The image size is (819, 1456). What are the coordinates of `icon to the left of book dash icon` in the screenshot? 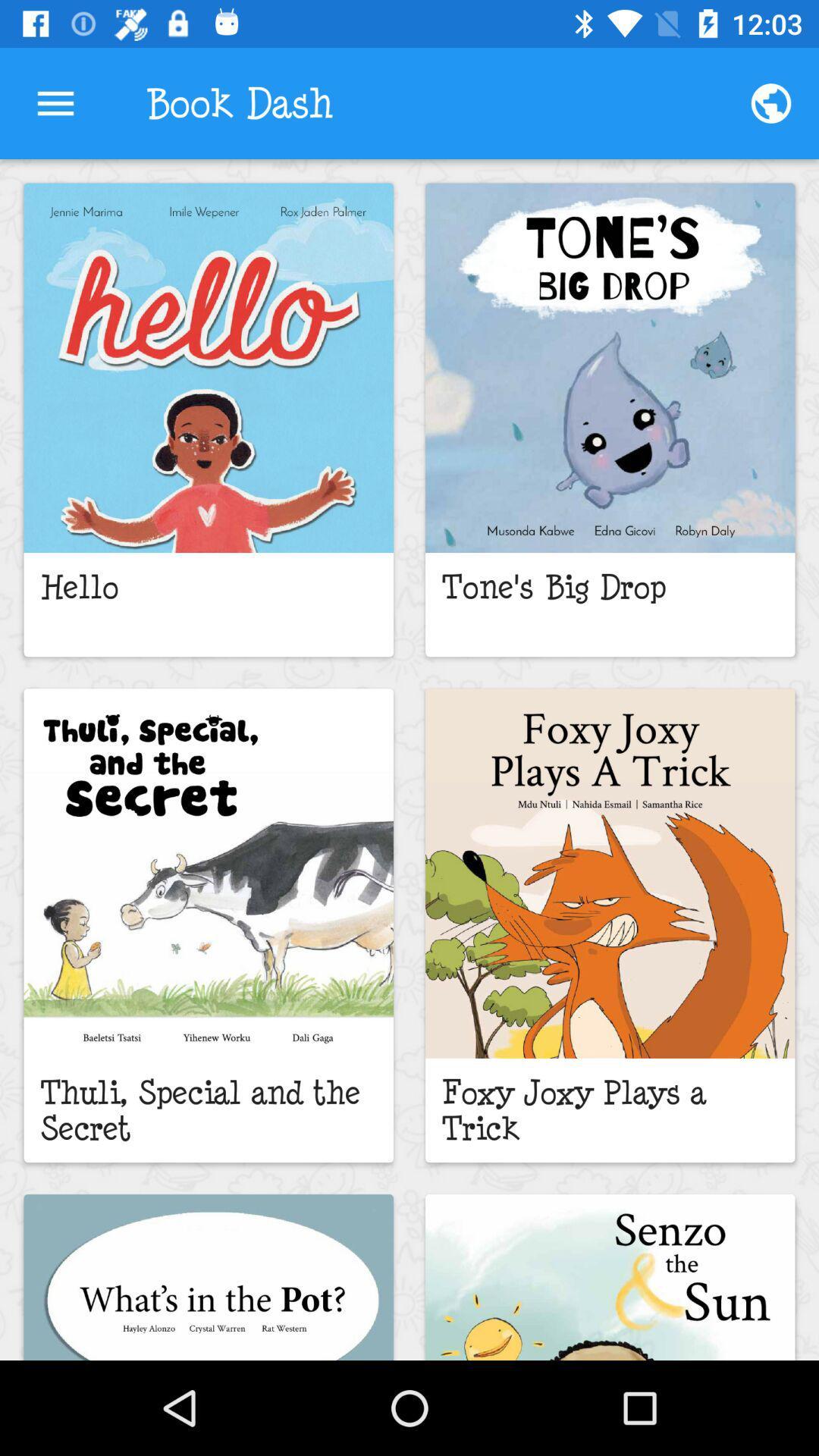 It's located at (55, 102).